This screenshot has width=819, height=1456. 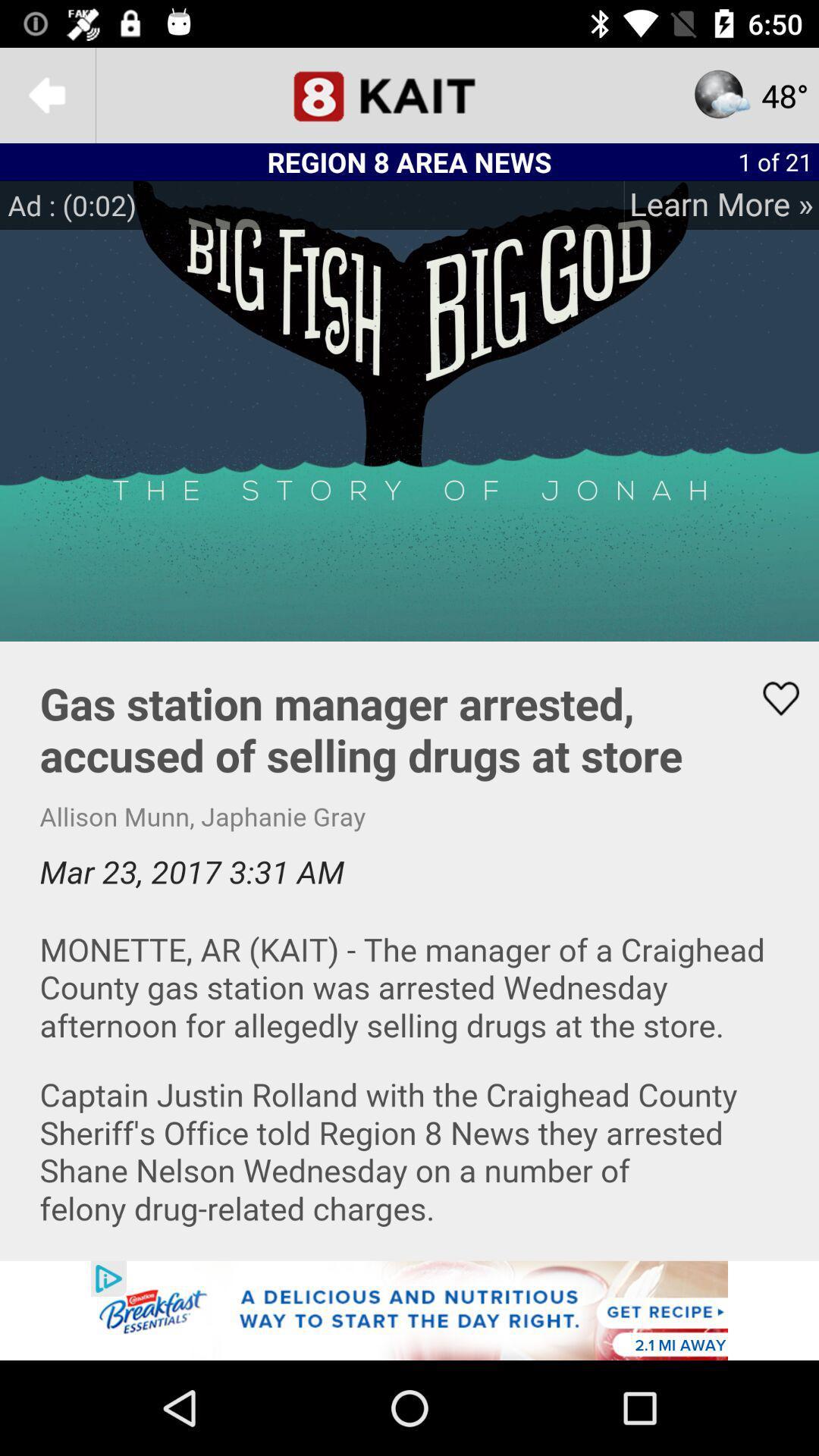 What do you see at coordinates (409, 94) in the screenshot?
I see `option` at bounding box center [409, 94].